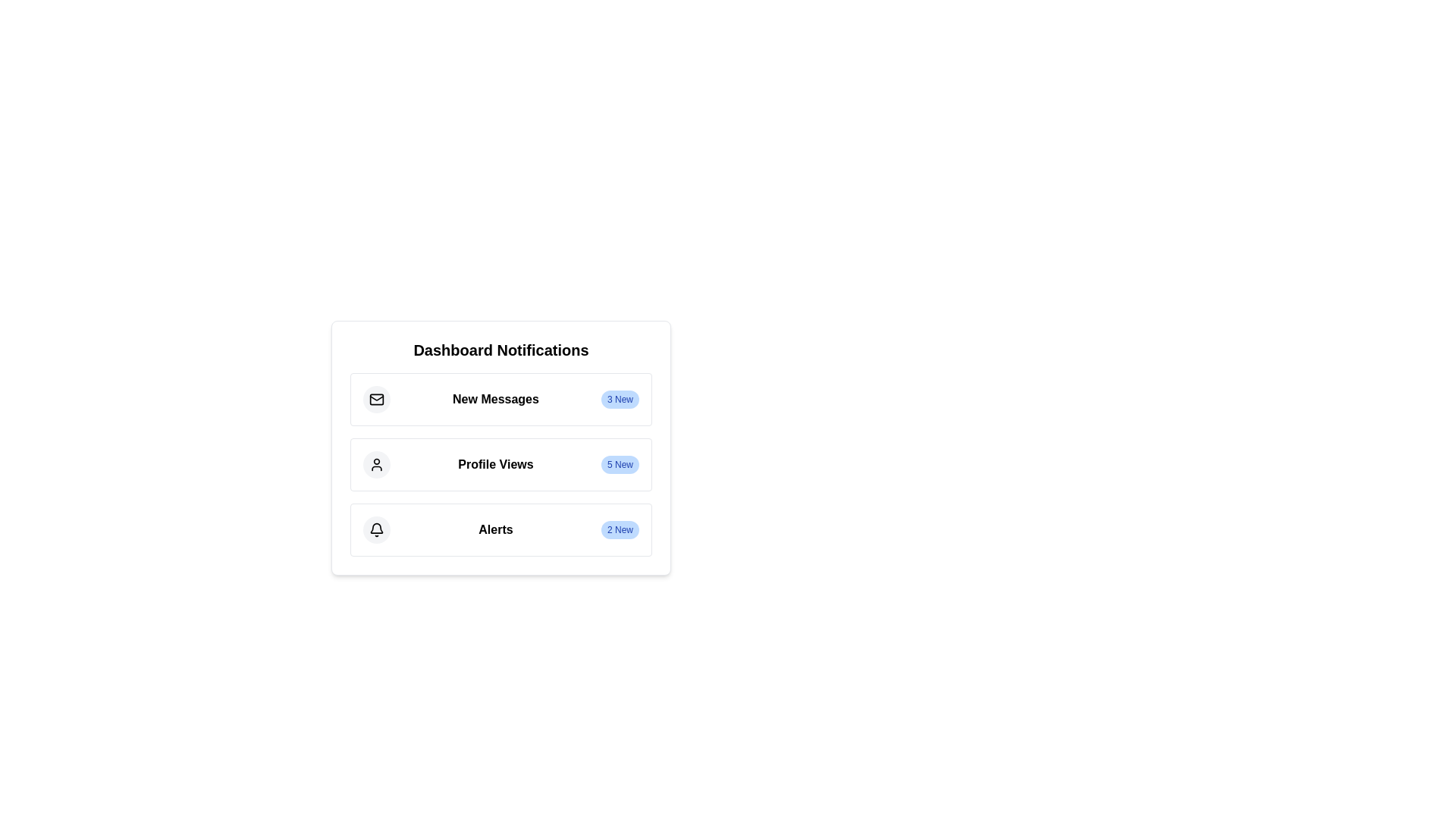 Image resolution: width=1456 pixels, height=819 pixels. Describe the element at coordinates (495, 463) in the screenshot. I see `the 'Profile Views' label in bold black font located in the second row of the notification panel, between the associated icon and the '5 New' badge` at that location.